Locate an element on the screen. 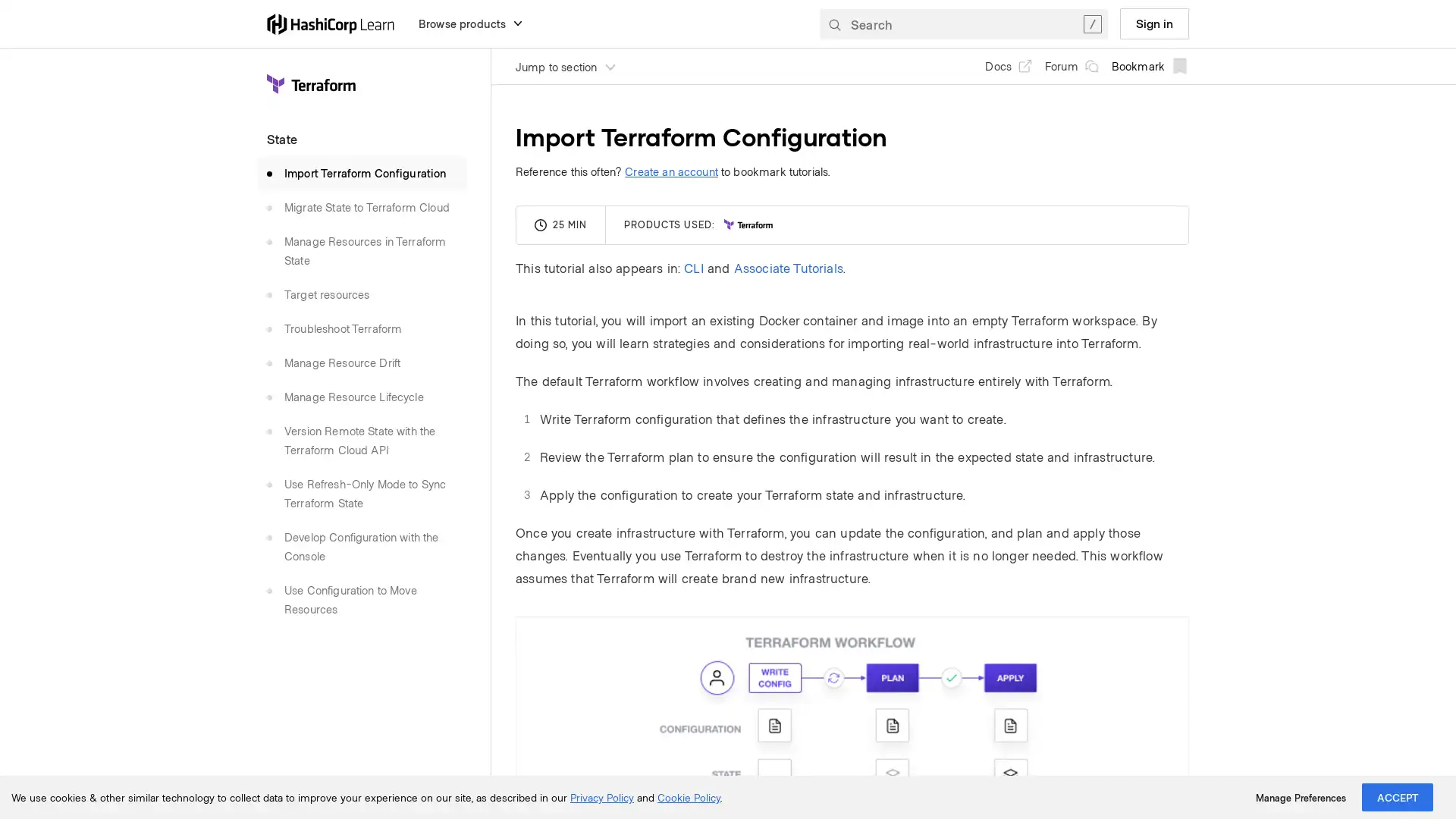 This screenshot has width=1456, height=819. Submit your search query. is located at coordinates (833, 23).